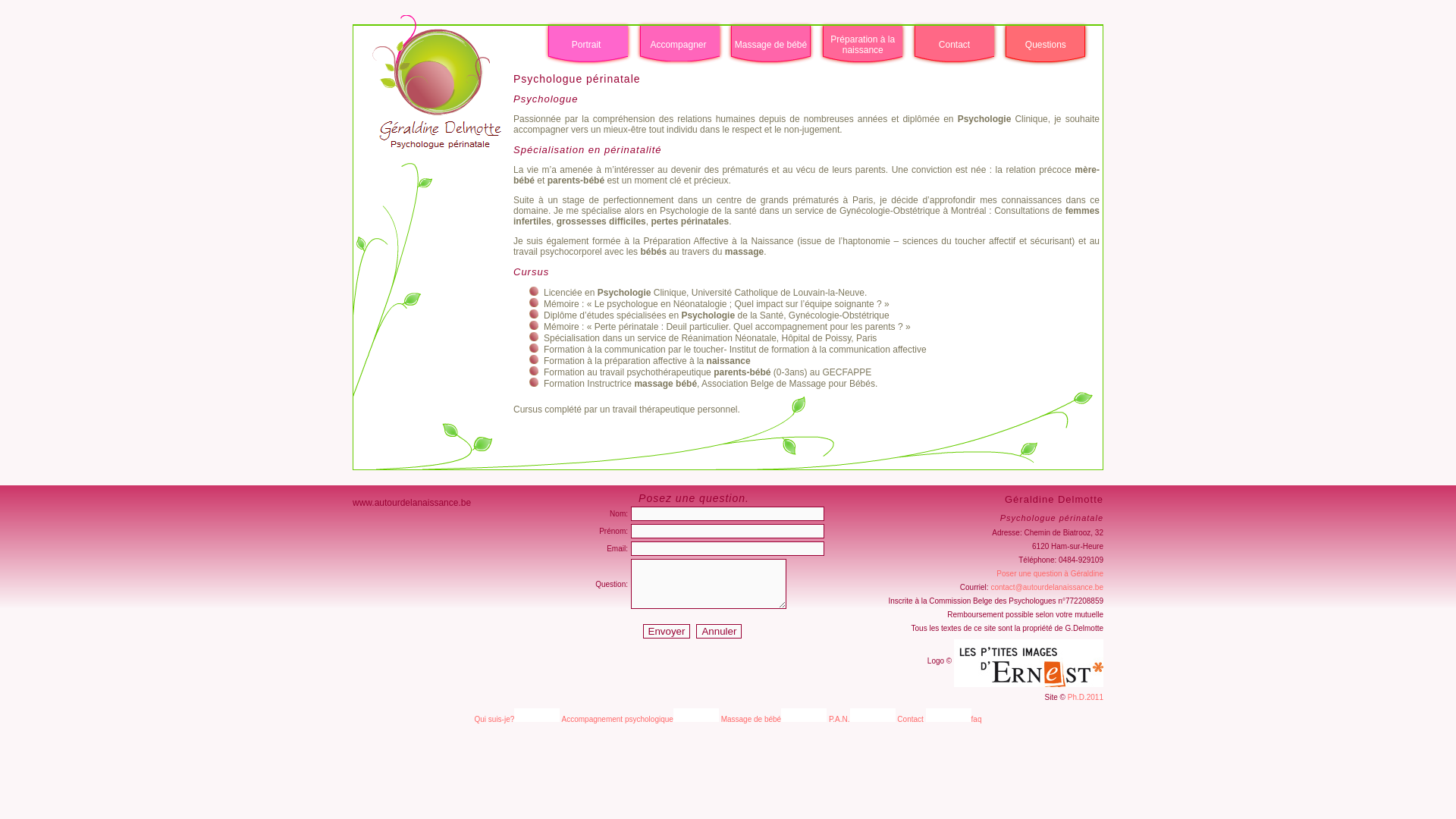 This screenshot has height=819, width=1456. What do you see at coordinates (1044, 43) in the screenshot?
I see `'Questions'` at bounding box center [1044, 43].